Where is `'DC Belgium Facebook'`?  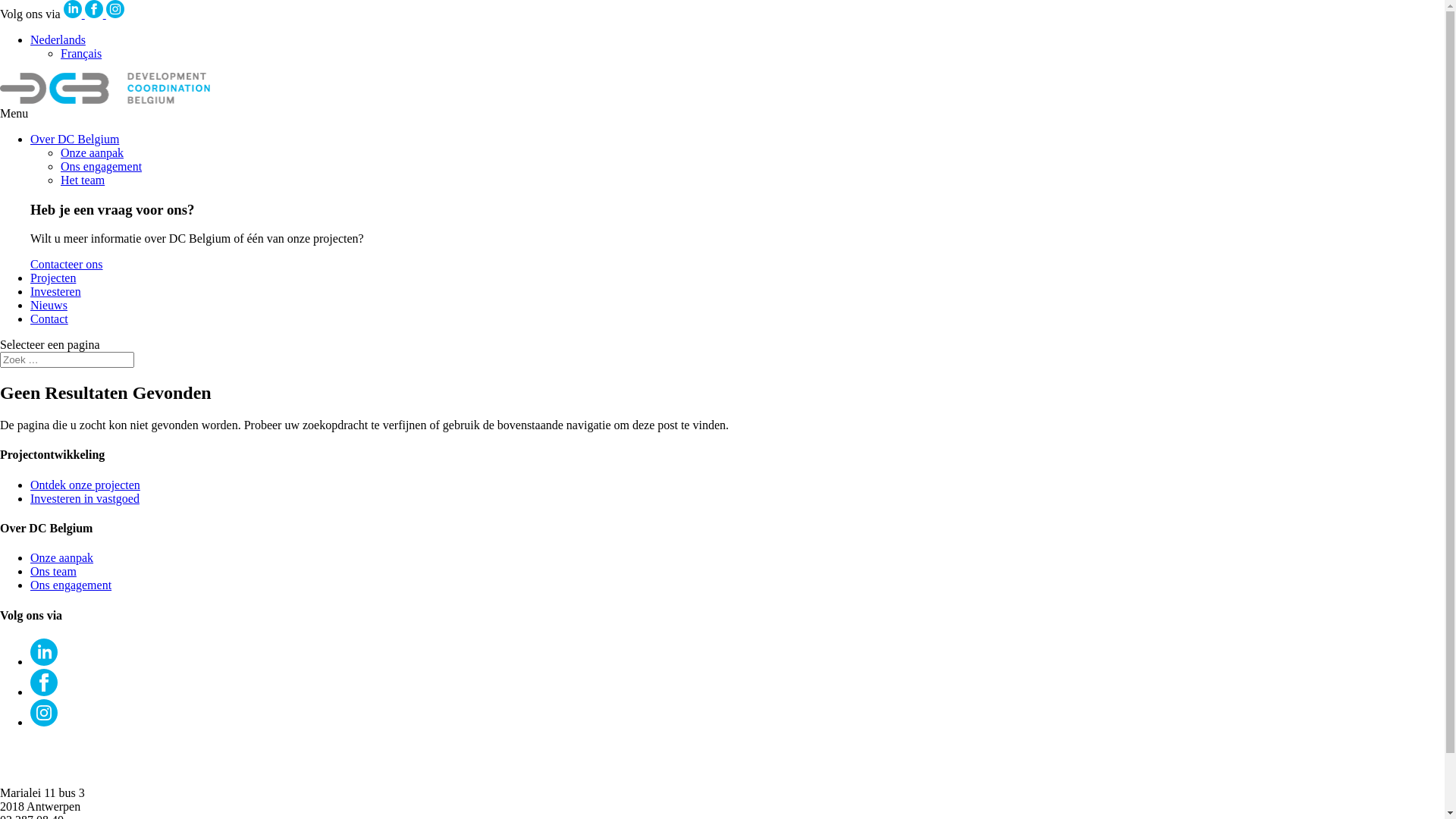 'DC Belgium Facebook' is located at coordinates (94, 14).